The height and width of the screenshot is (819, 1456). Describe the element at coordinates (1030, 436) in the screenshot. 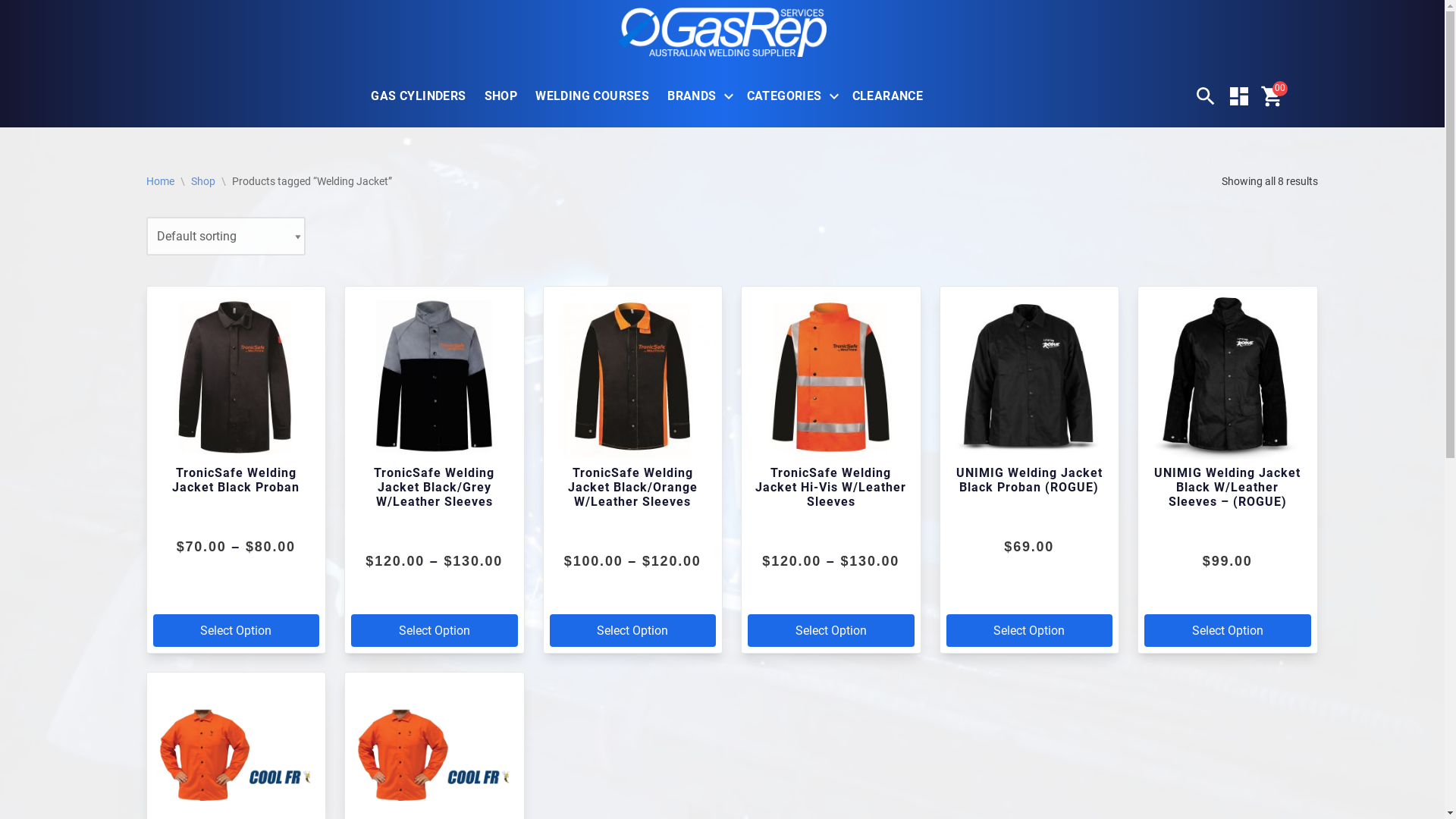

I see `'UNIMIG Welding Jacket Black Proban (ROGUE)` at that location.